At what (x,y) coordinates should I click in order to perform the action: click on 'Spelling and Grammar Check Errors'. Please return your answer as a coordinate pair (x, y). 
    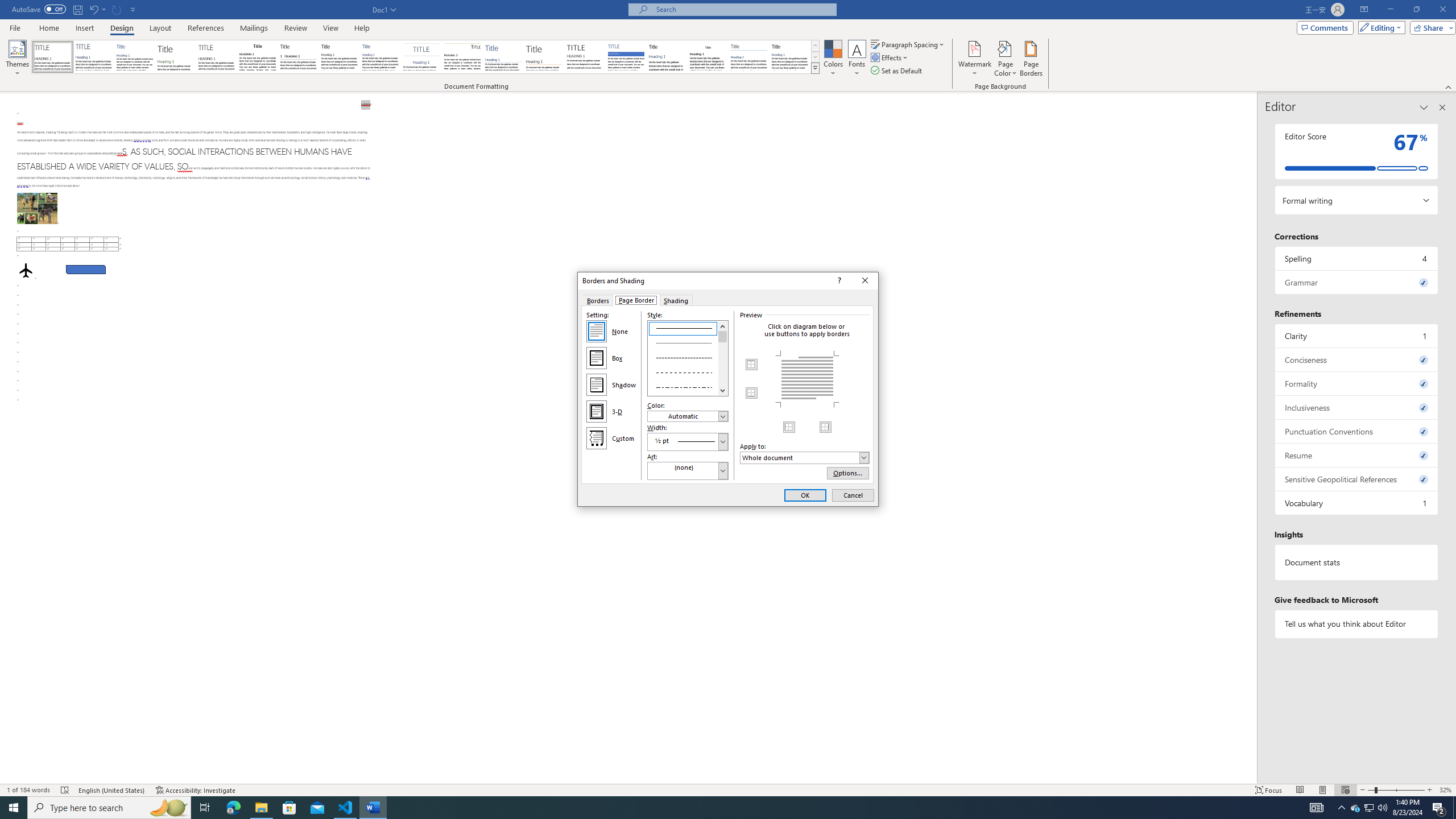
    Looking at the image, I should click on (65, 790).